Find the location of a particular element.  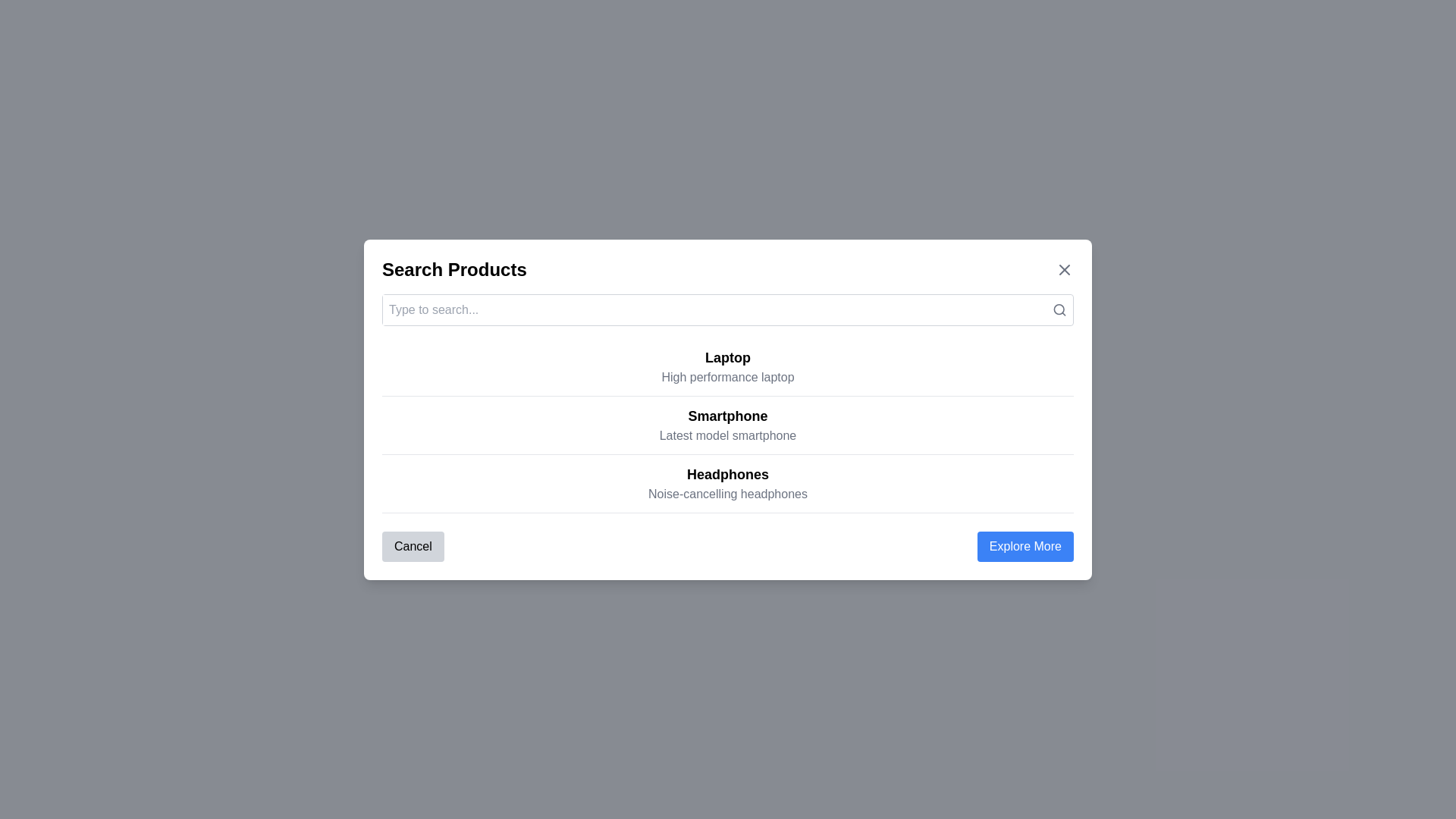

the text block containing 'Headphones' and 'Noise-cancelling headphones' which is the third entry in the list, located below 'Smartphone' and above 'Explore More' is located at coordinates (728, 483).